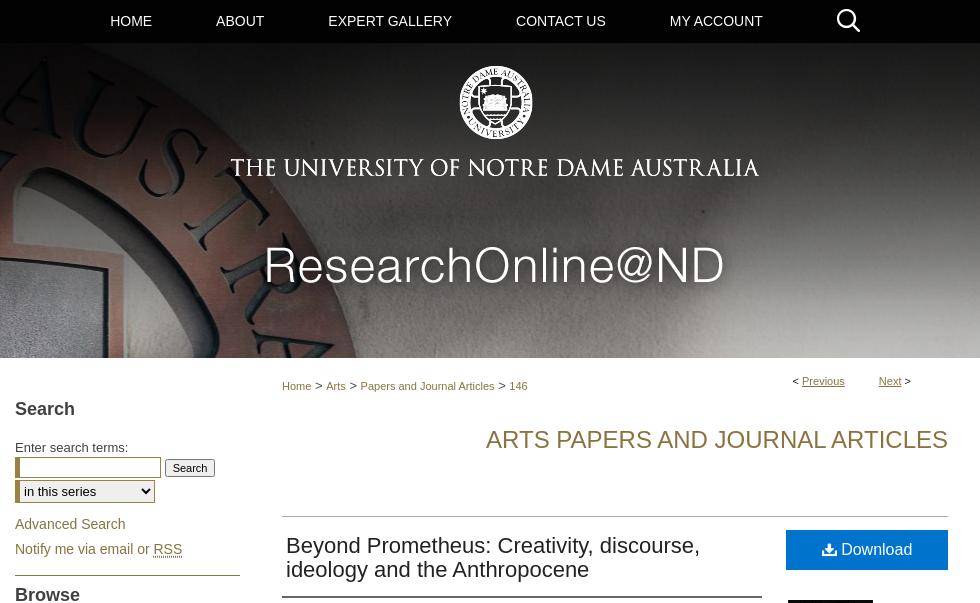 This screenshot has height=603, width=980. What do you see at coordinates (240, 20) in the screenshot?
I see `'About'` at bounding box center [240, 20].